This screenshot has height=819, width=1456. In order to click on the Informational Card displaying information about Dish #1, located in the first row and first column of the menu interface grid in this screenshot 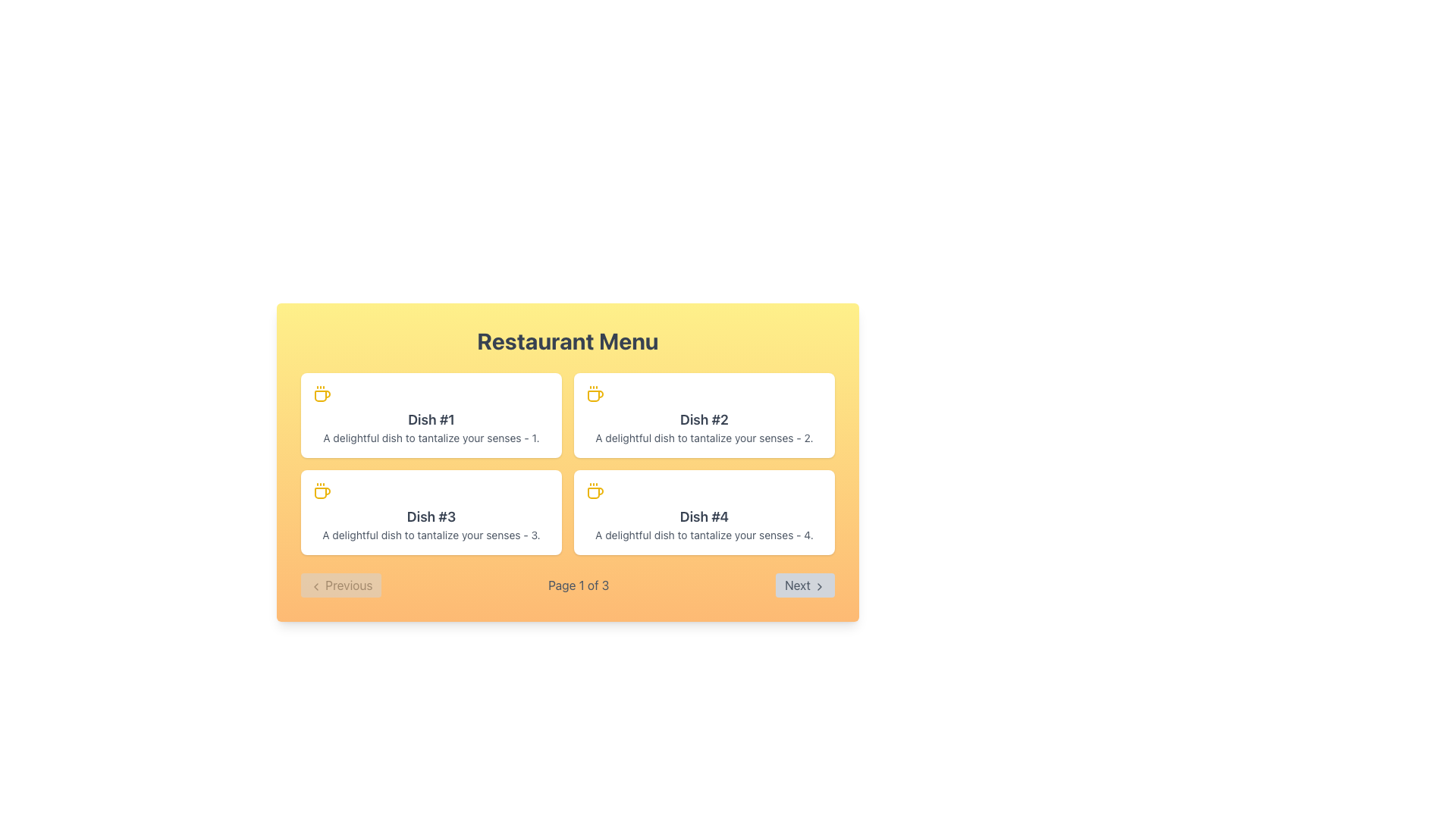, I will do `click(431, 415)`.